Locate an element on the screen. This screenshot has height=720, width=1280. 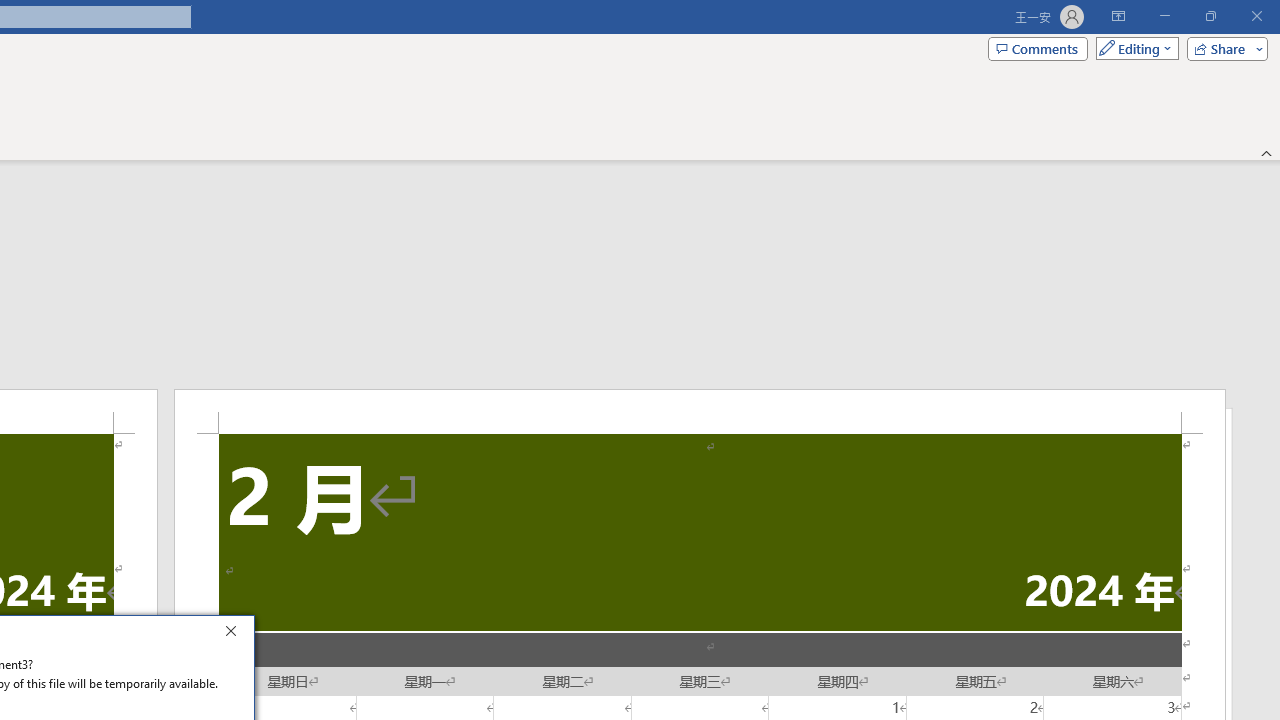
'Minimize' is located at coordinates (1164, 16).